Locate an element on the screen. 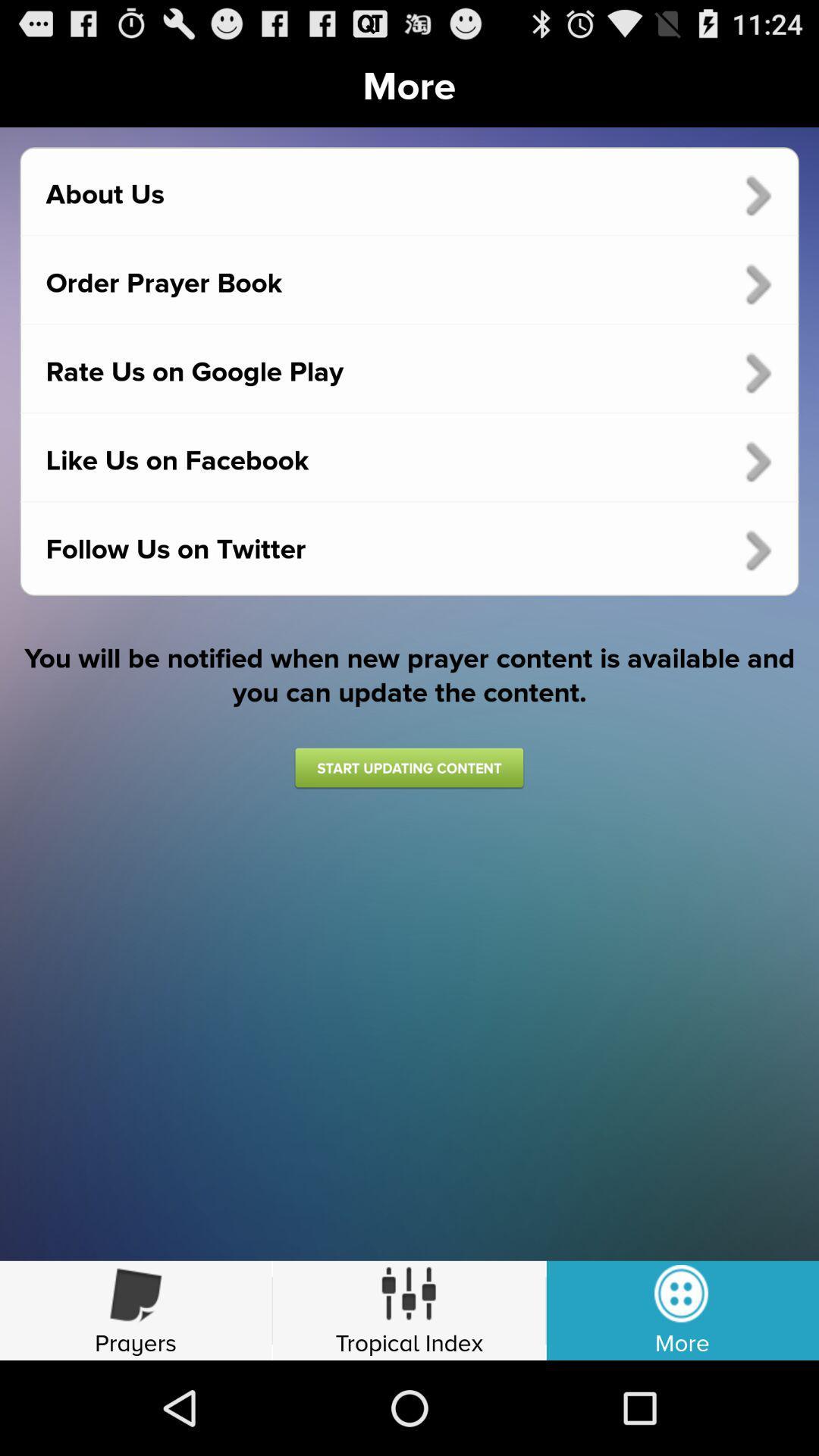  app content is located at coordinates (408, 767).